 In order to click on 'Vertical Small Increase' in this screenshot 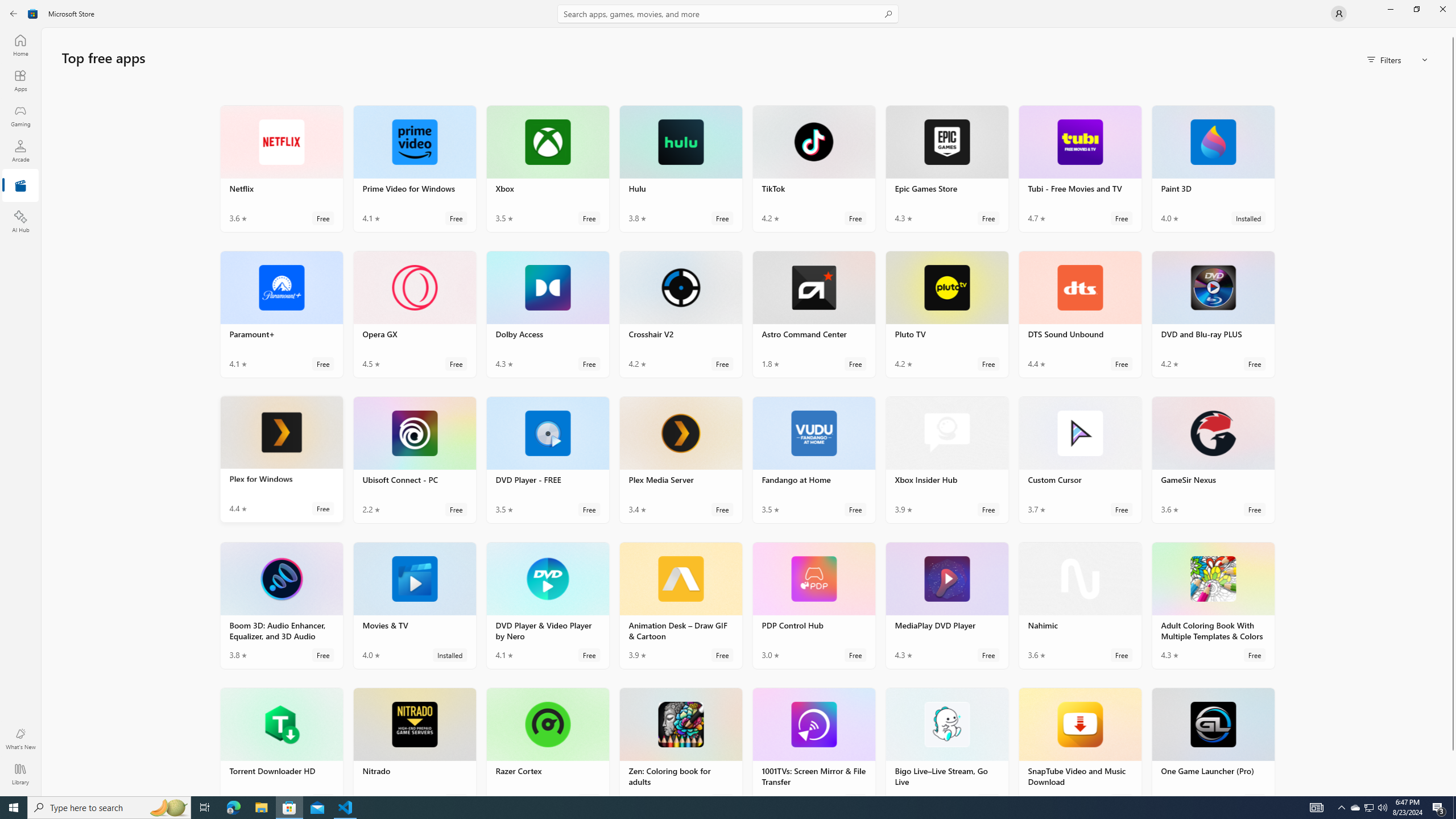, I will do `click(1451, 792)`.